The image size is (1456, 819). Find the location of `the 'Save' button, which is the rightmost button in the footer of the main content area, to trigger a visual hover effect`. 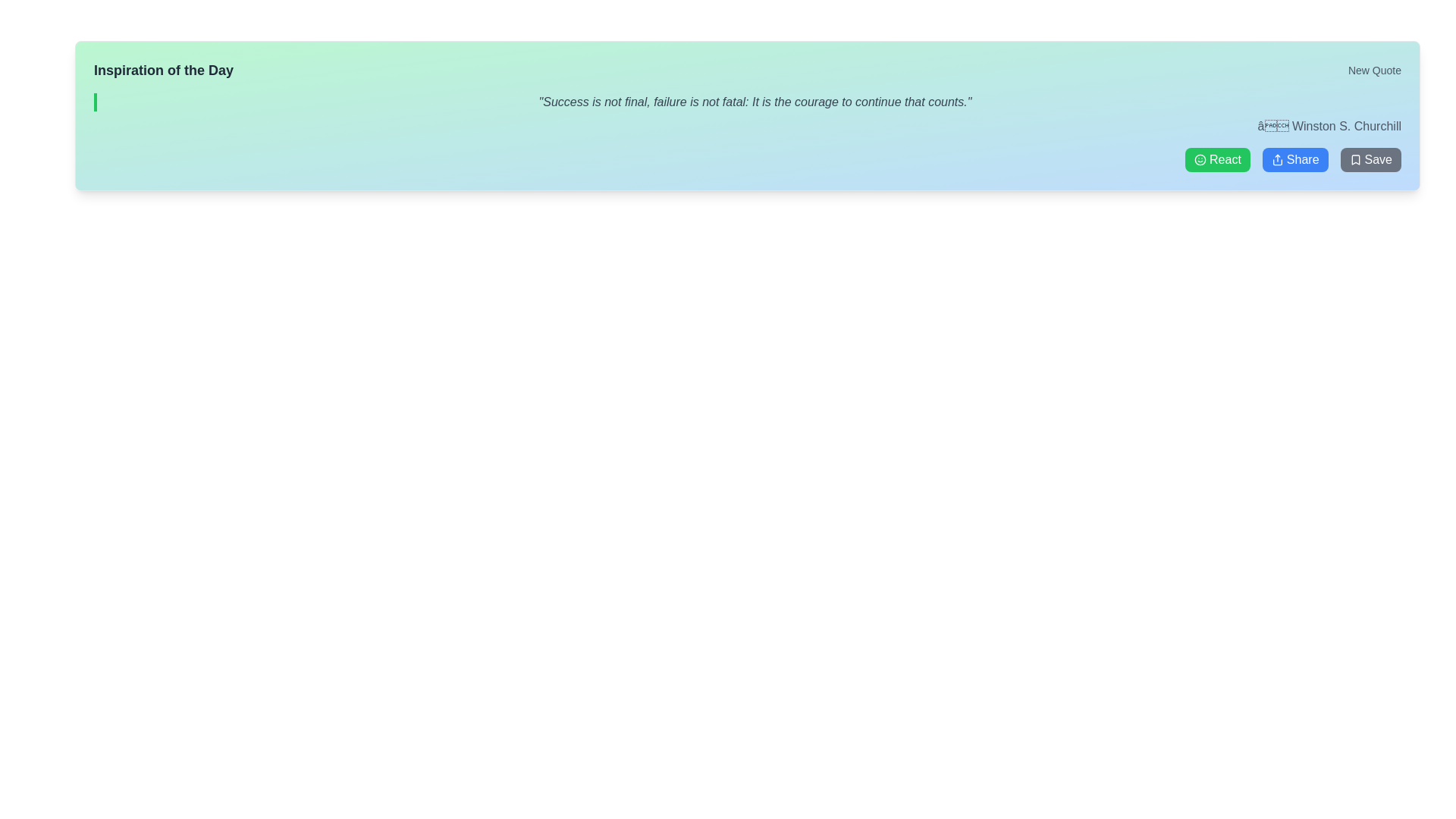

the 'Save' button, which is the rightmost button in the footer of the main content area, to trigger a visual hover effect is located at coordinates (1370, 160).